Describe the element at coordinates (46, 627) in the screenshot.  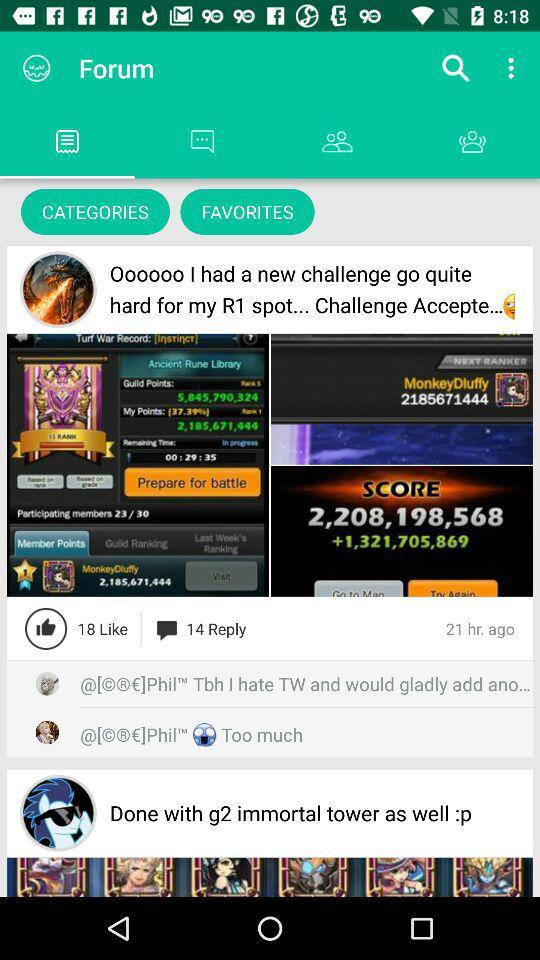
I see `like the post` at that location.